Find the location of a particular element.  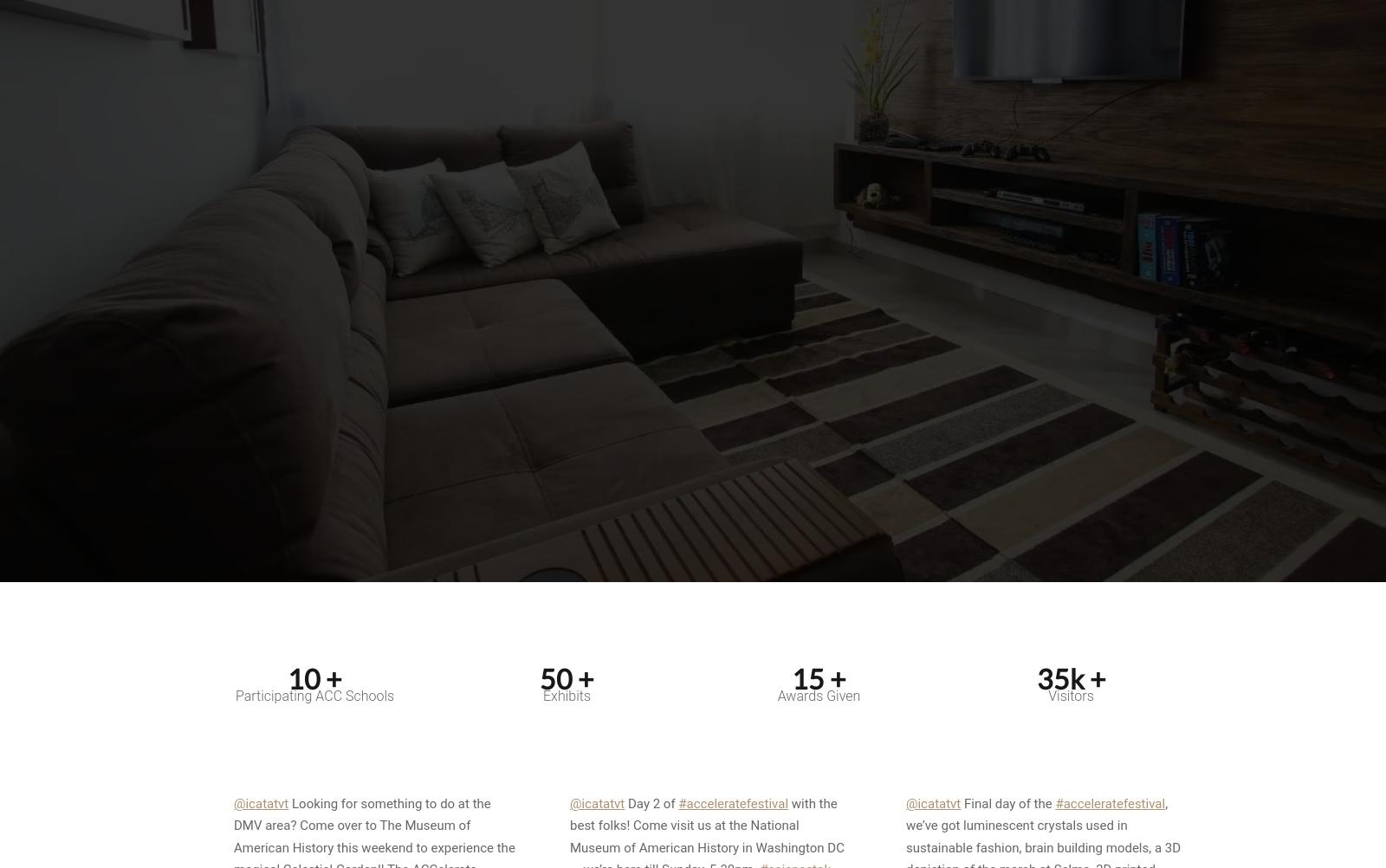

'Day 2 of' is located at coordinates (624, 801).